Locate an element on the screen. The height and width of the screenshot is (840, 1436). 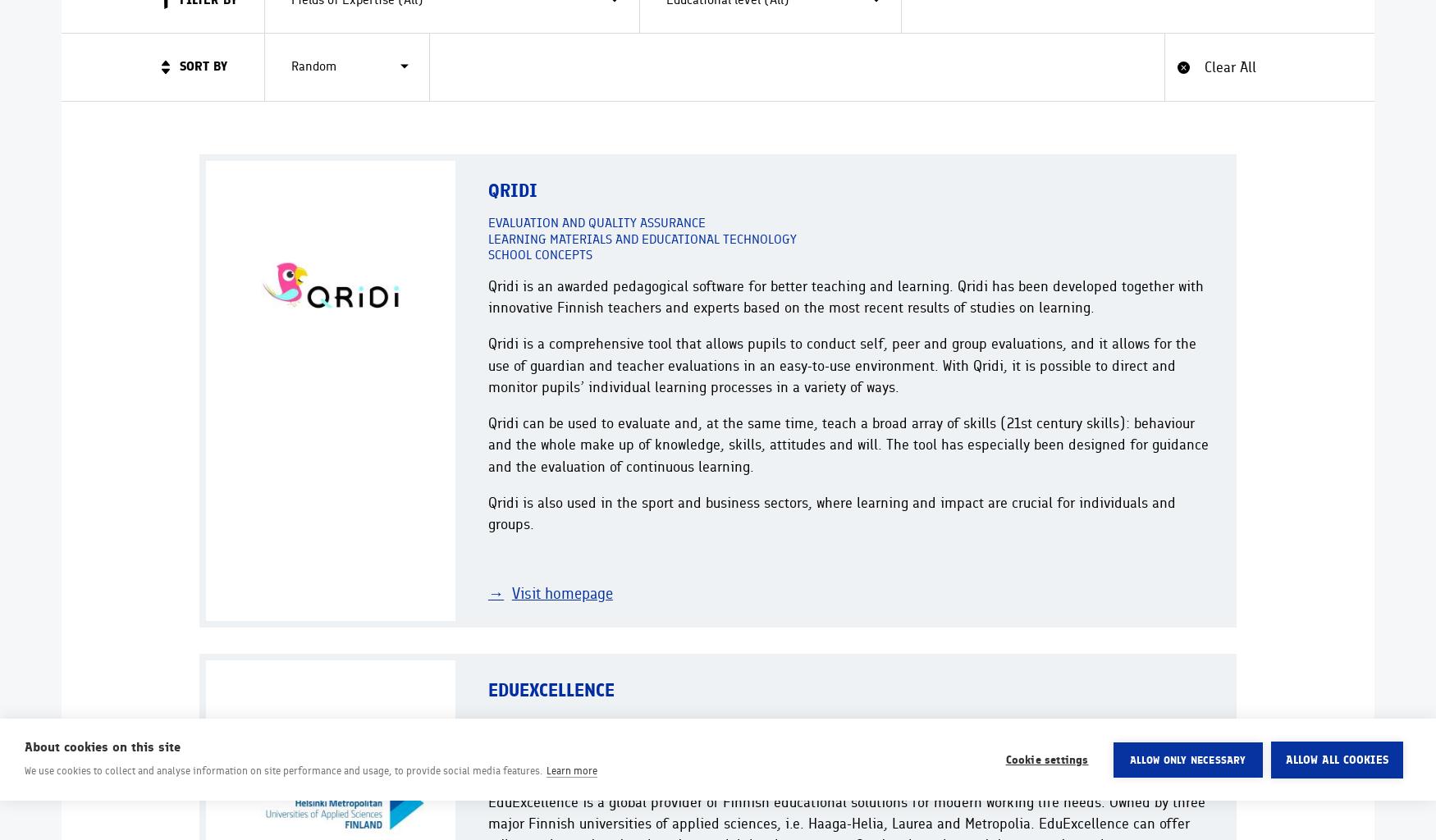
'Visit homepage' is located at coordinates (560, 593).